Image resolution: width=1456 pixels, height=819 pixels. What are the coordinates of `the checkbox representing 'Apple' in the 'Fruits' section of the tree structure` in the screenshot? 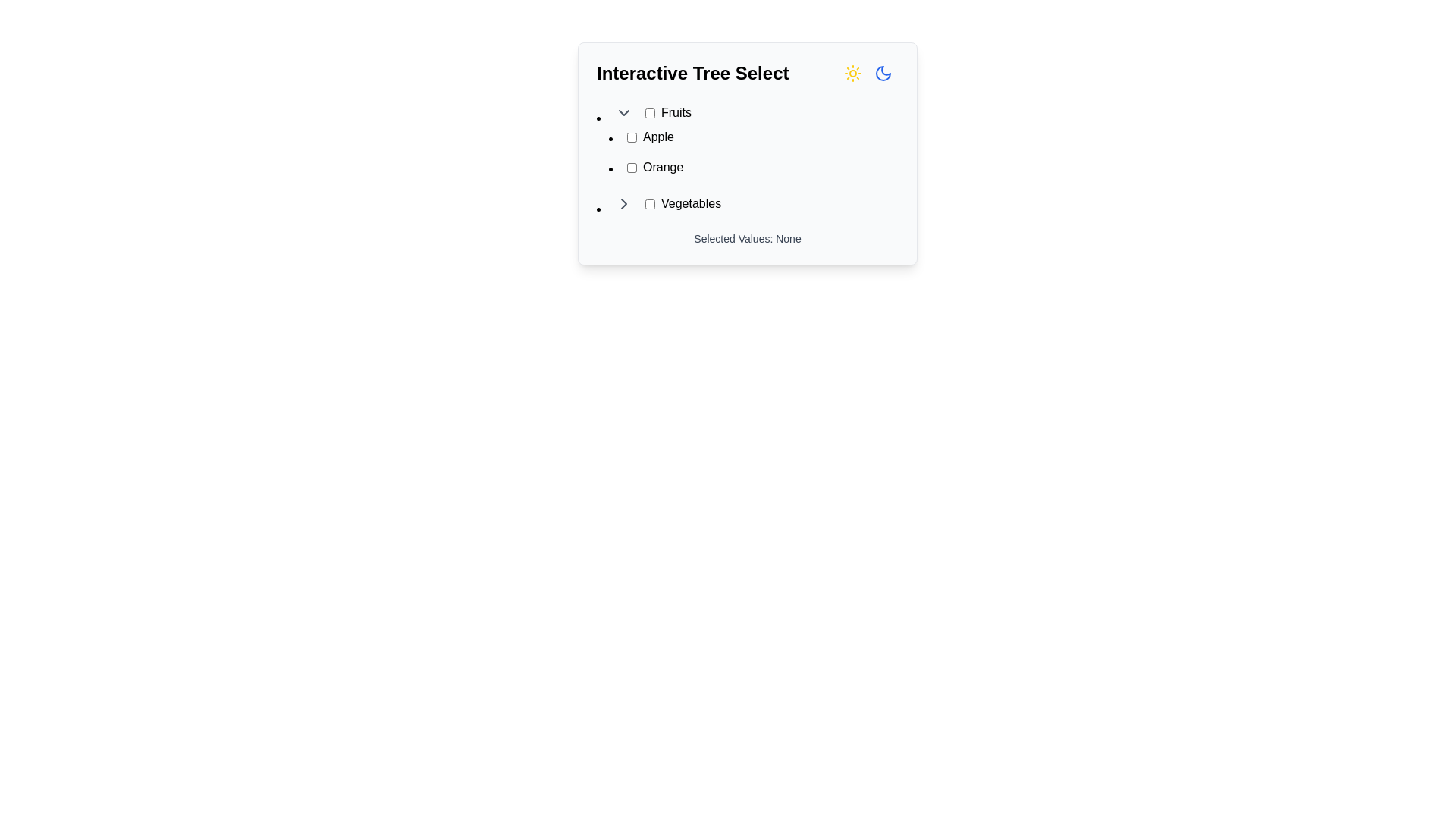 It's located at (747, 137).